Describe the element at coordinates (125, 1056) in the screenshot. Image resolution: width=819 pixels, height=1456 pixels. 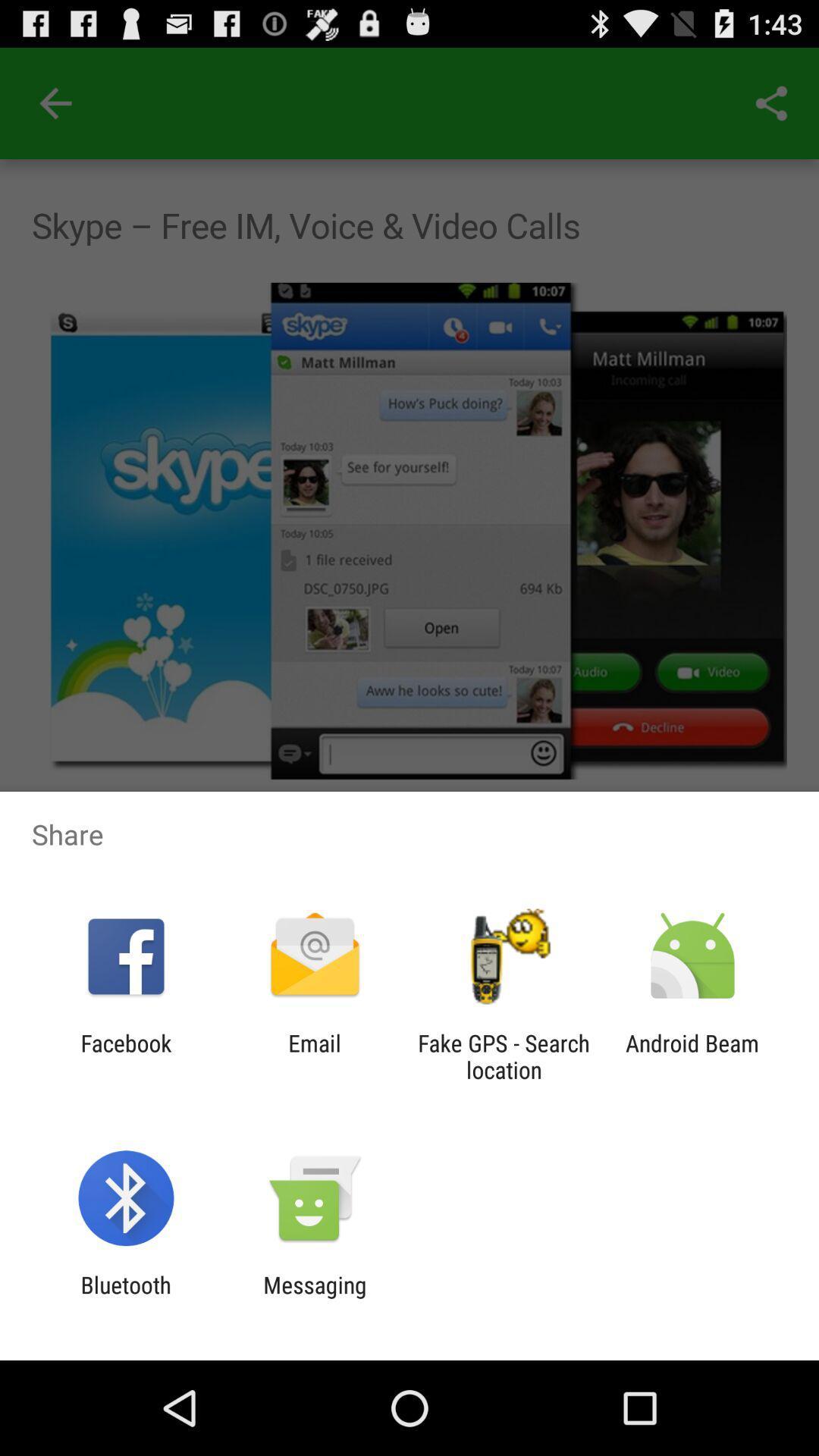
I see `the icon next to the email app` at that location.